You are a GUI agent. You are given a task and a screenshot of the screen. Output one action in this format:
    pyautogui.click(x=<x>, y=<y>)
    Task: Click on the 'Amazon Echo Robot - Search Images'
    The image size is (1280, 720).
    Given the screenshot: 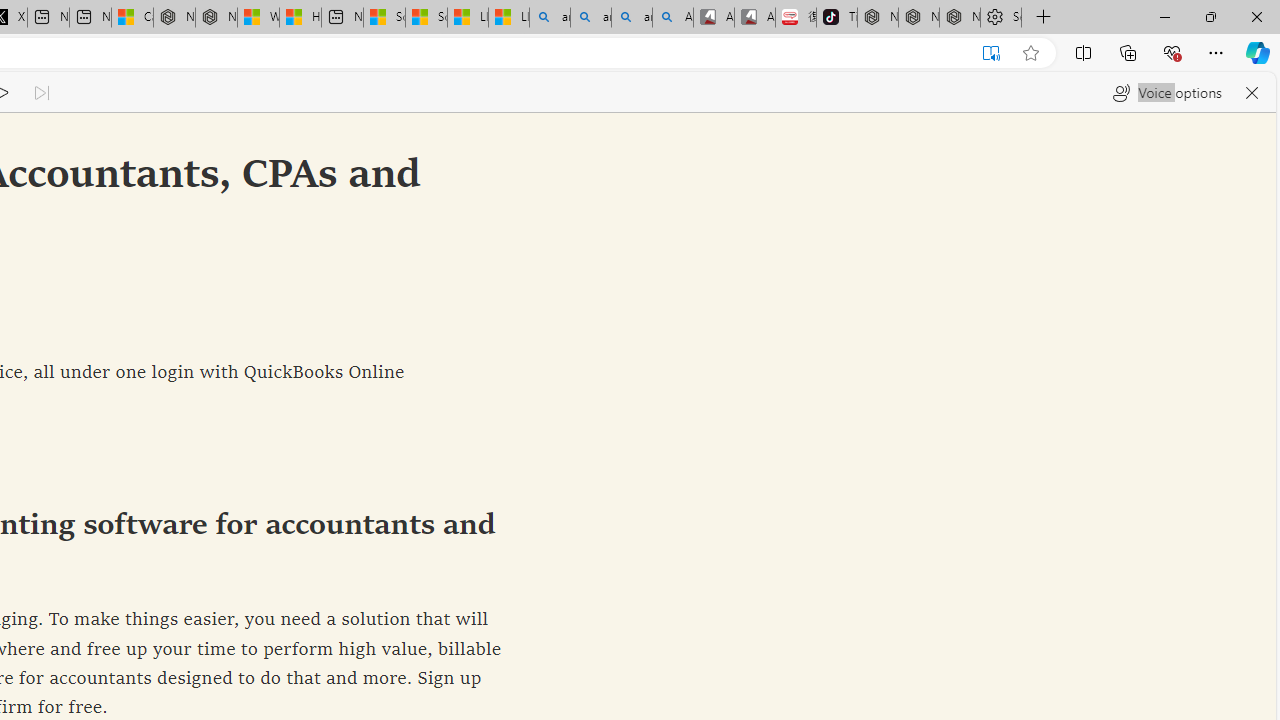 What is the action you would take?
    pyautogui.click(x=672, y=17)
    